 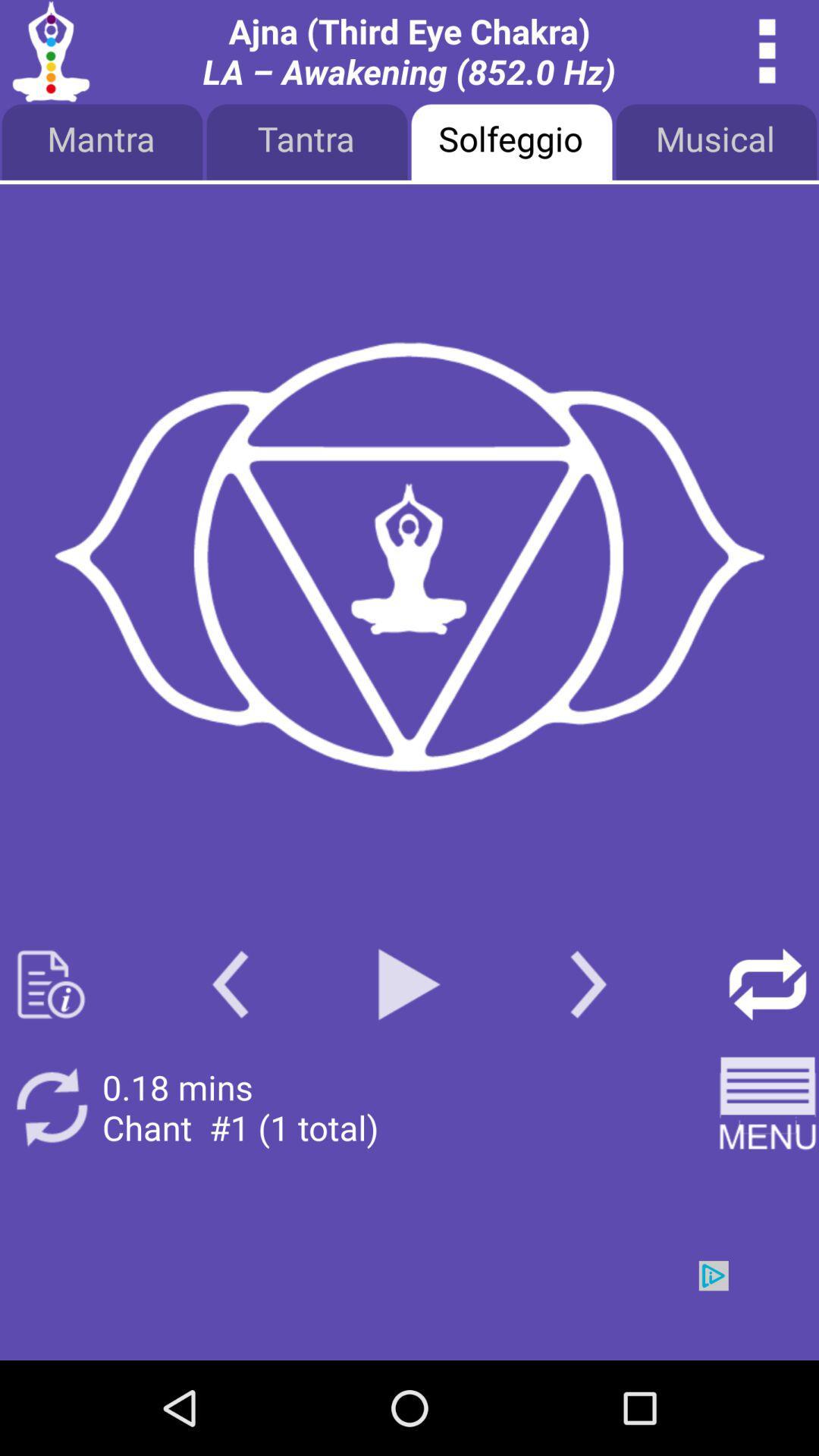 I want to click on play, so click(x=409, y=984).